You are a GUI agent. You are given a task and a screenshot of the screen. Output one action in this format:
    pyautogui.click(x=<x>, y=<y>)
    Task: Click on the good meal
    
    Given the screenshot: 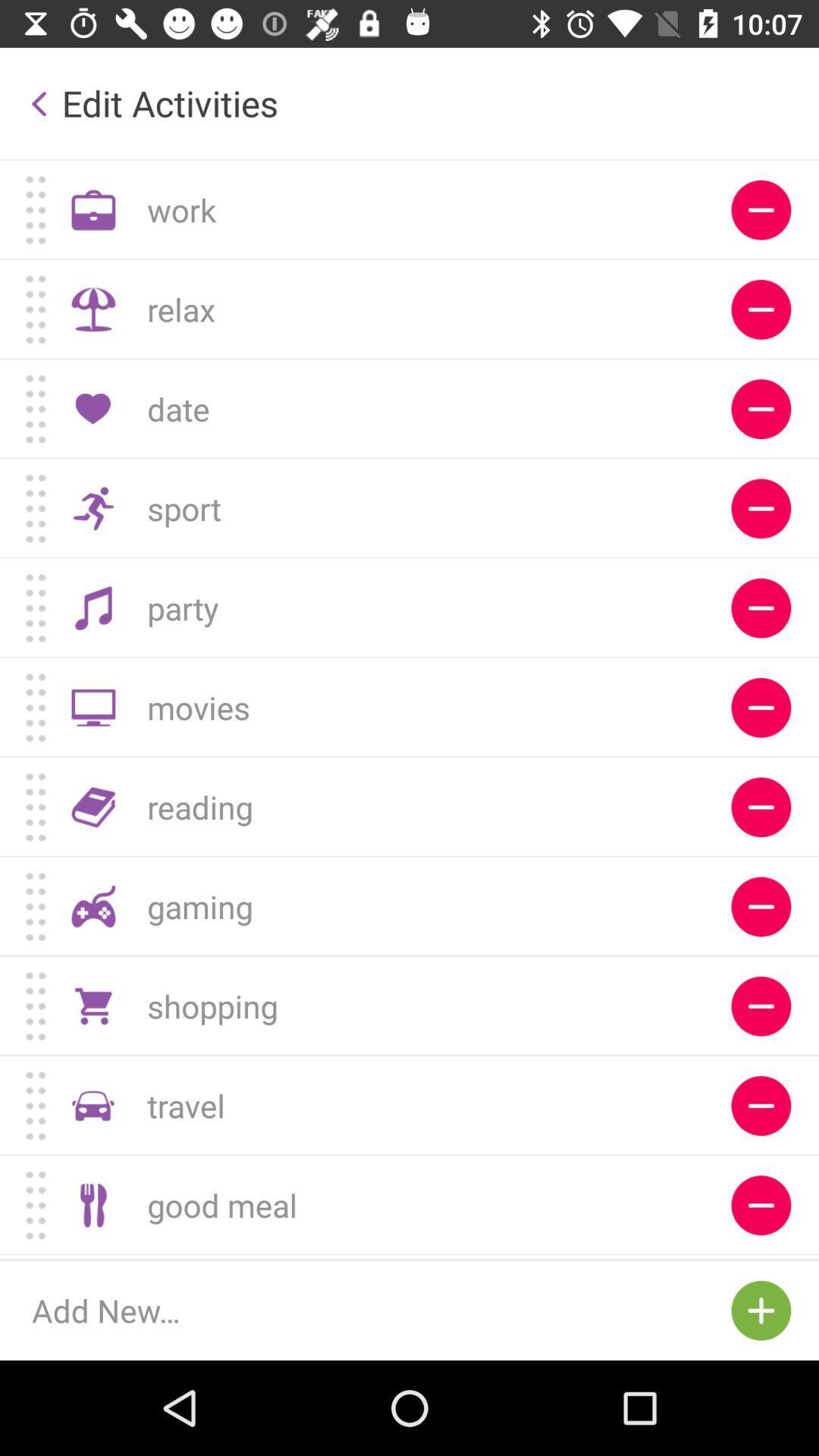 What is the action you would take?
    pyautogui.click(x=761, y=1204)
    